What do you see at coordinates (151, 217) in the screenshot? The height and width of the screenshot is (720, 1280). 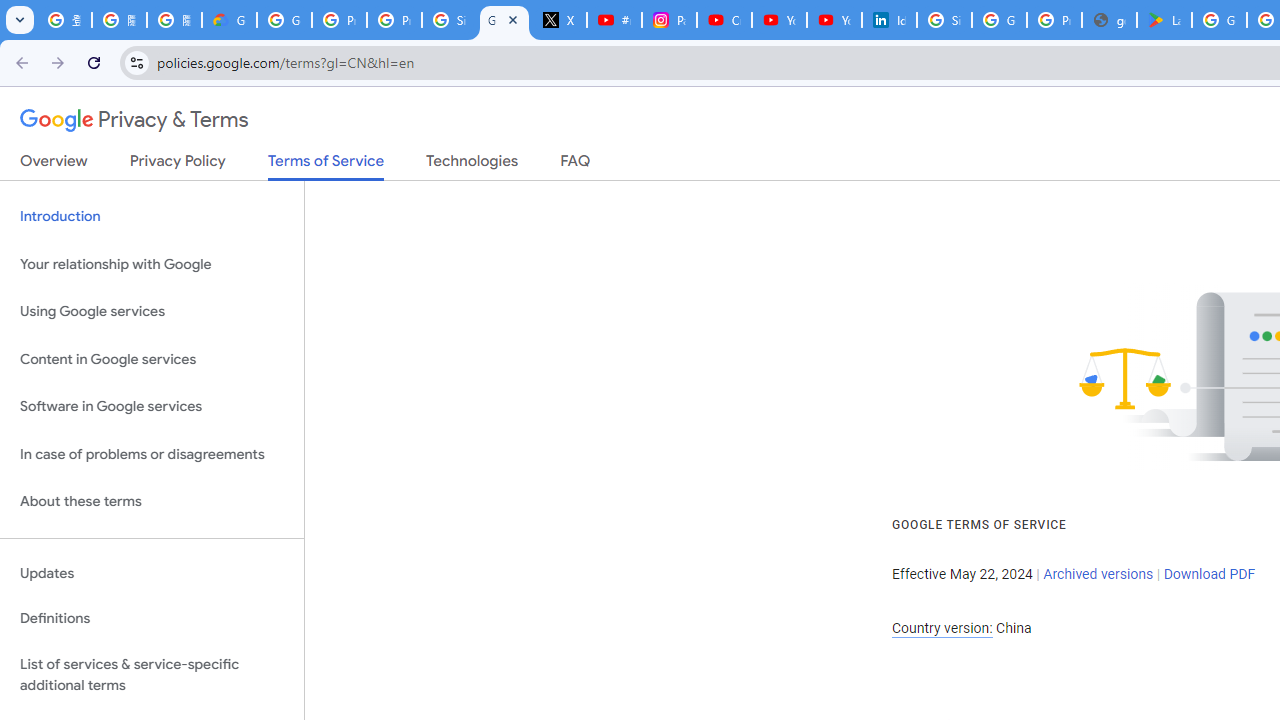 I see `'Introduction'` at bounding box center [151, 217].